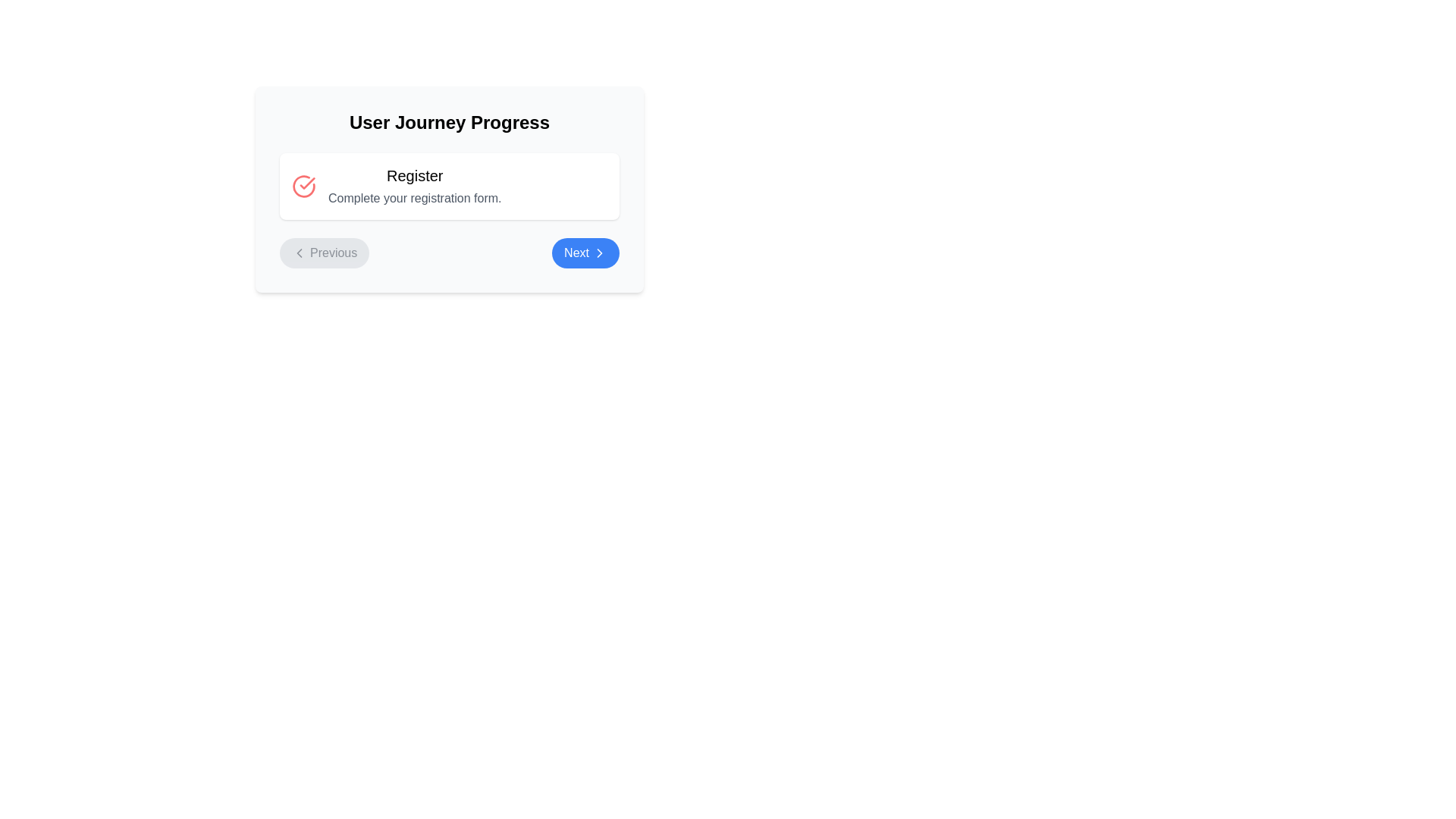 Image resolution: width=1456 pixels, height=819 pixels. What do you see at coordinates (299, 253) in the screenshot?
I see `the backward navigation icon located at the bottom-left of the 'Previous' button on the form card` at bounding box center [299, 253].